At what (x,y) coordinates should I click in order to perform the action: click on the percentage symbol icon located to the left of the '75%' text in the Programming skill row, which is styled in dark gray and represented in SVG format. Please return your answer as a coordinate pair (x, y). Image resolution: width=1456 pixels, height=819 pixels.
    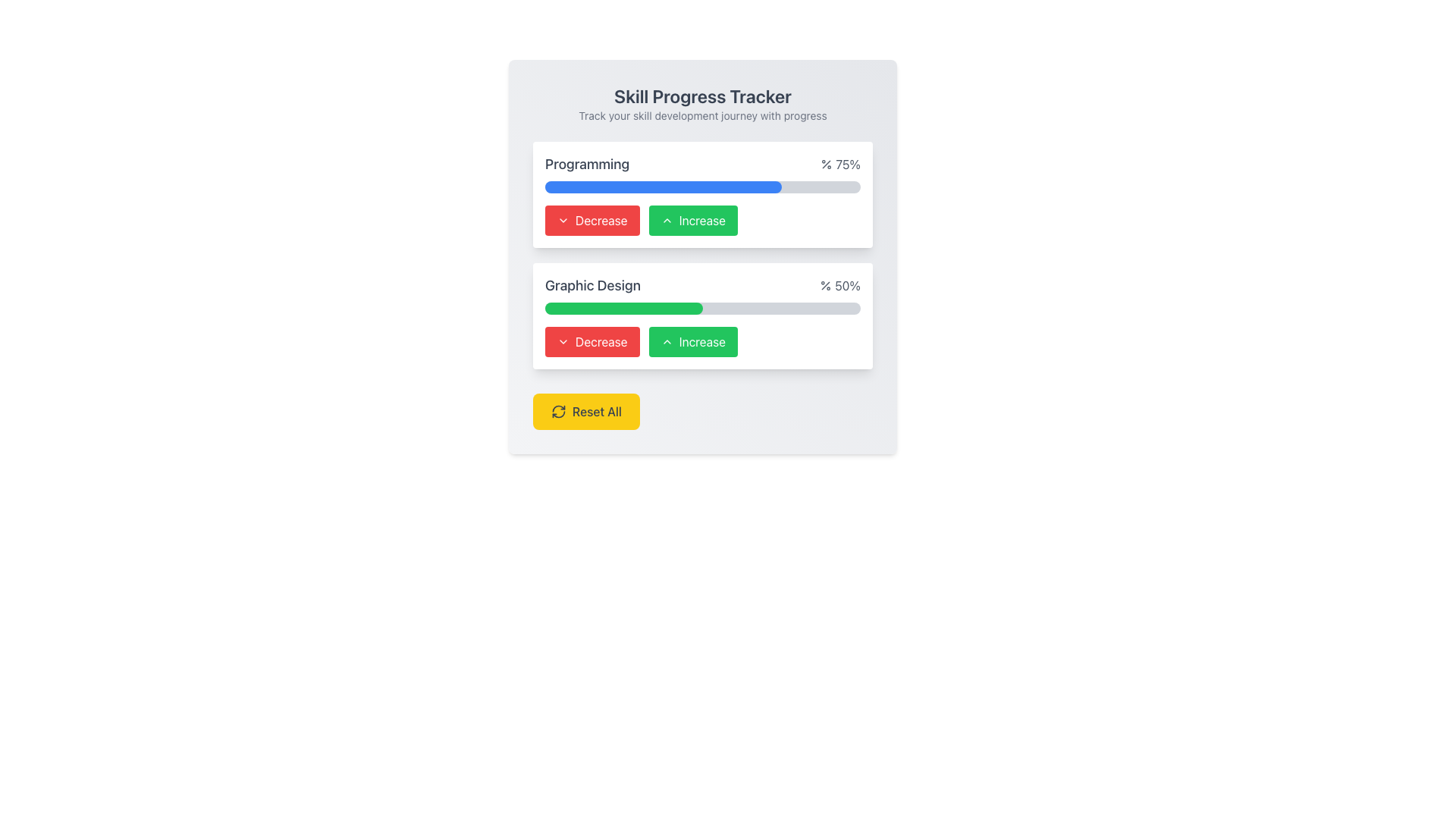
    Looking at the image, I should click on (826, 164).